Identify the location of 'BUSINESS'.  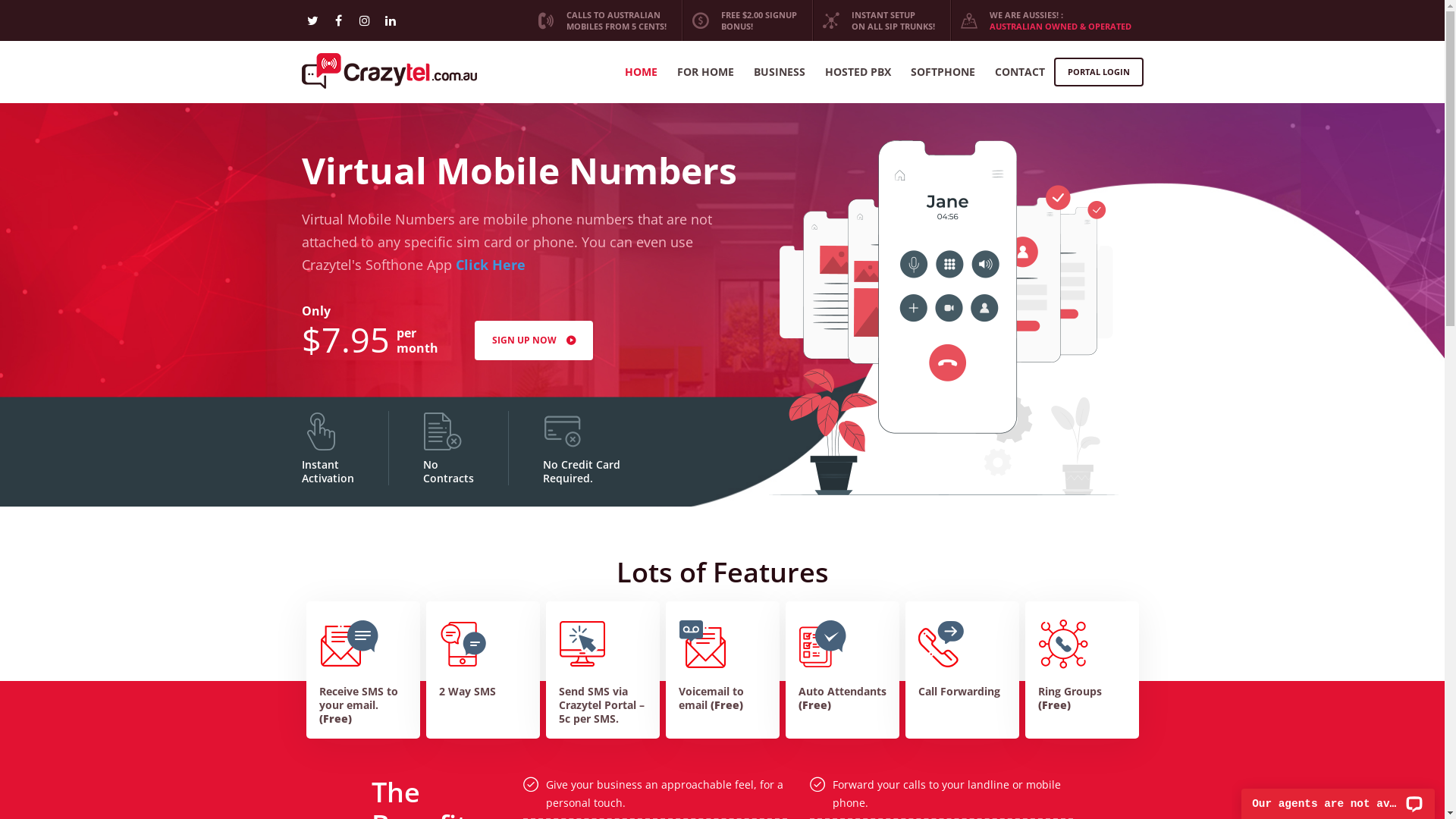
(753, 72).